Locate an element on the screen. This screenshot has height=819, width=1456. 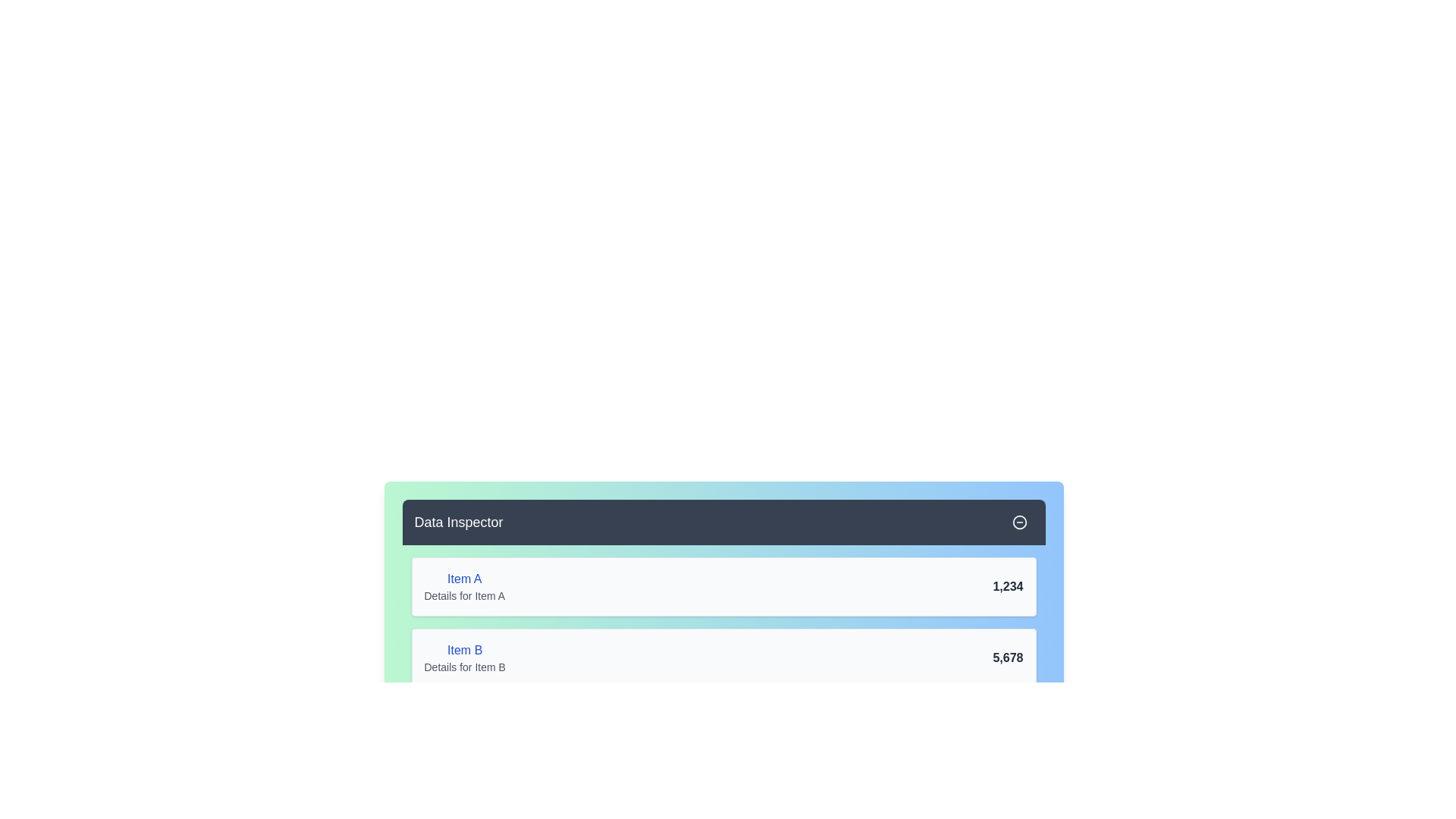
the text label displaying 'Details for Item B', which is styled in gray color and positioned directly below the larger blue-highlighted text 'Item B' is located at coordinates (464, 666).